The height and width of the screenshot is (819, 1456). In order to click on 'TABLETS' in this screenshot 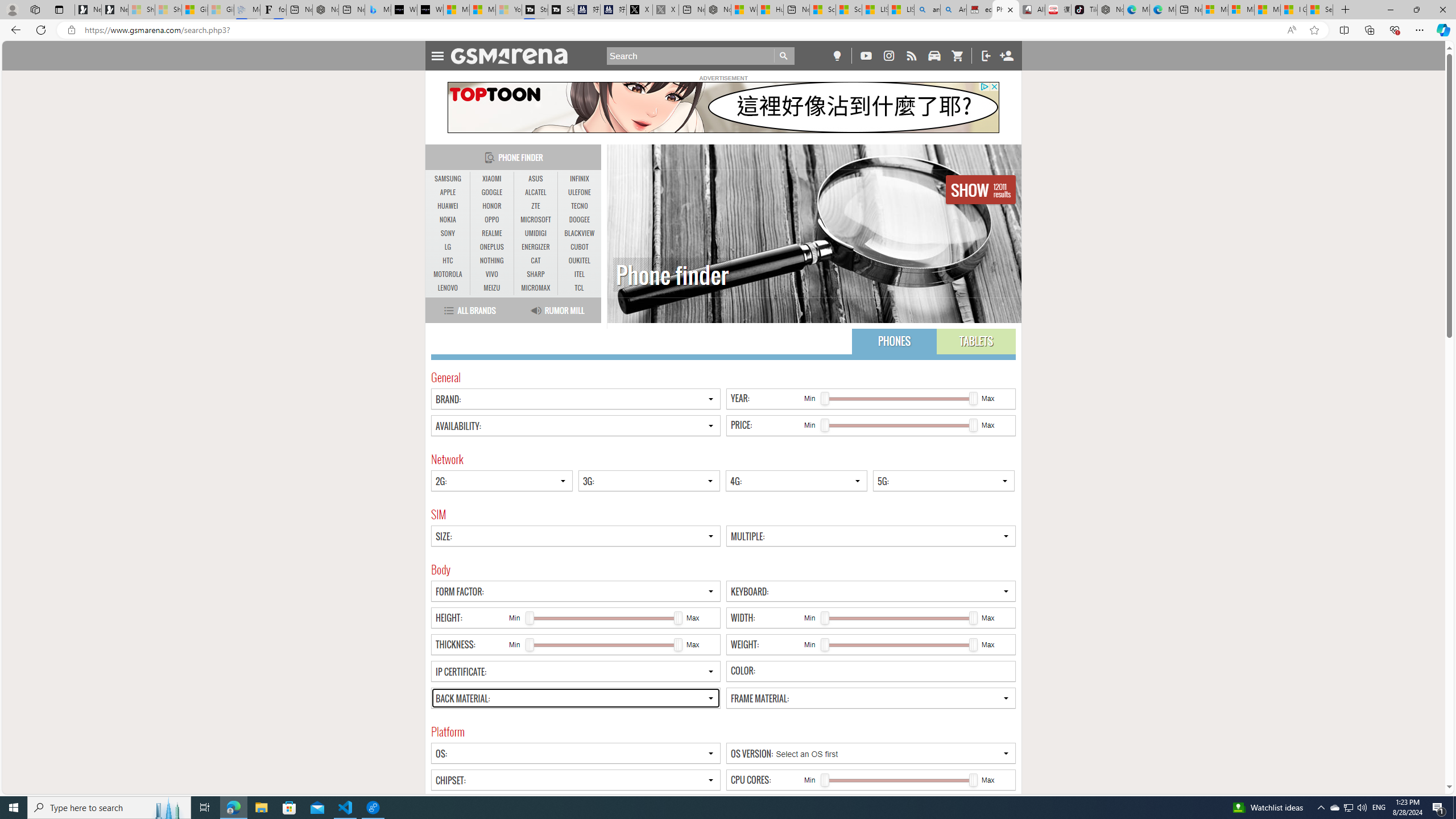, I will do `click(976, 341)`.